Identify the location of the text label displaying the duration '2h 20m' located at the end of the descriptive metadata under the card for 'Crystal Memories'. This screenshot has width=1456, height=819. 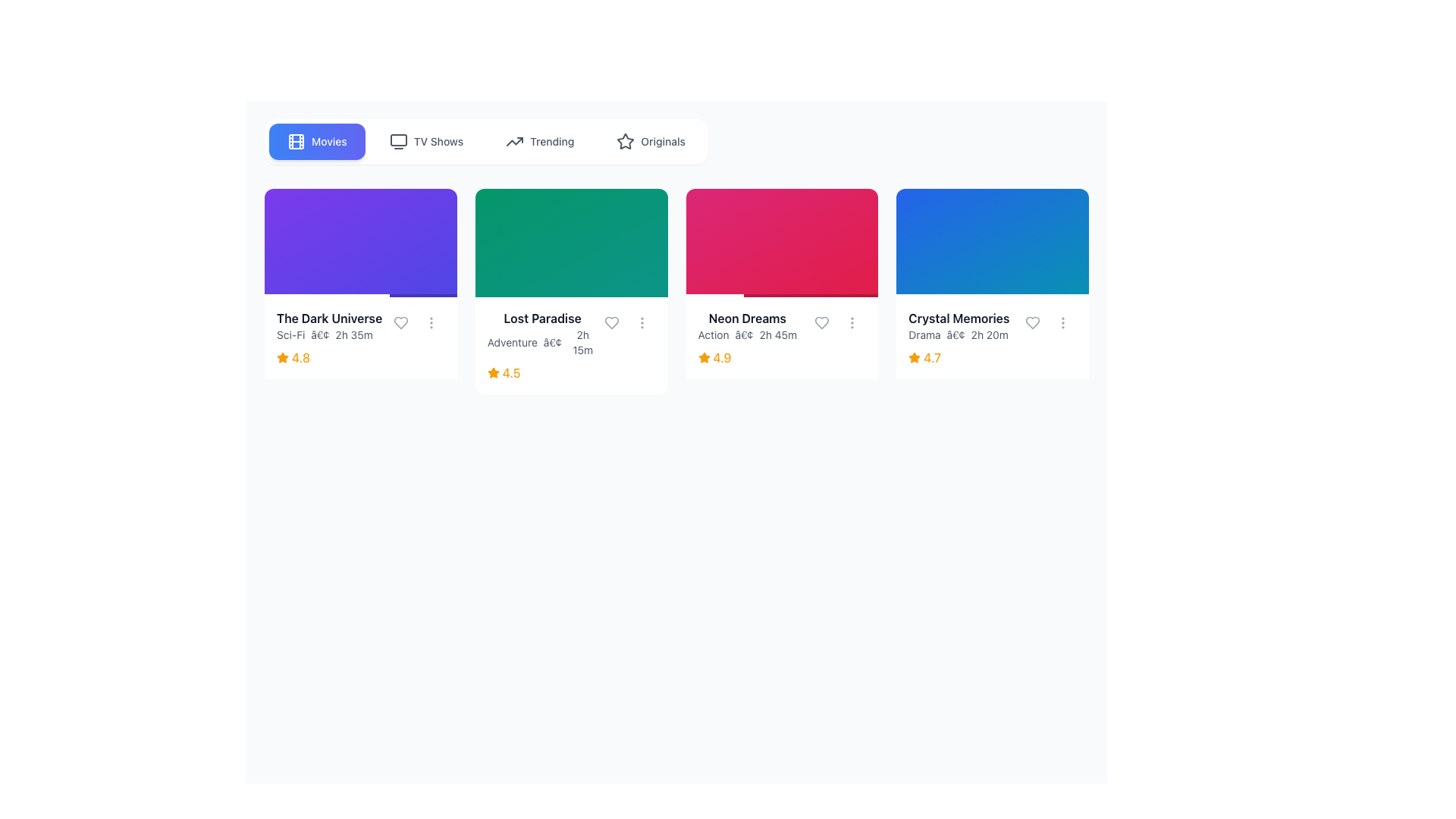
(990, 334).